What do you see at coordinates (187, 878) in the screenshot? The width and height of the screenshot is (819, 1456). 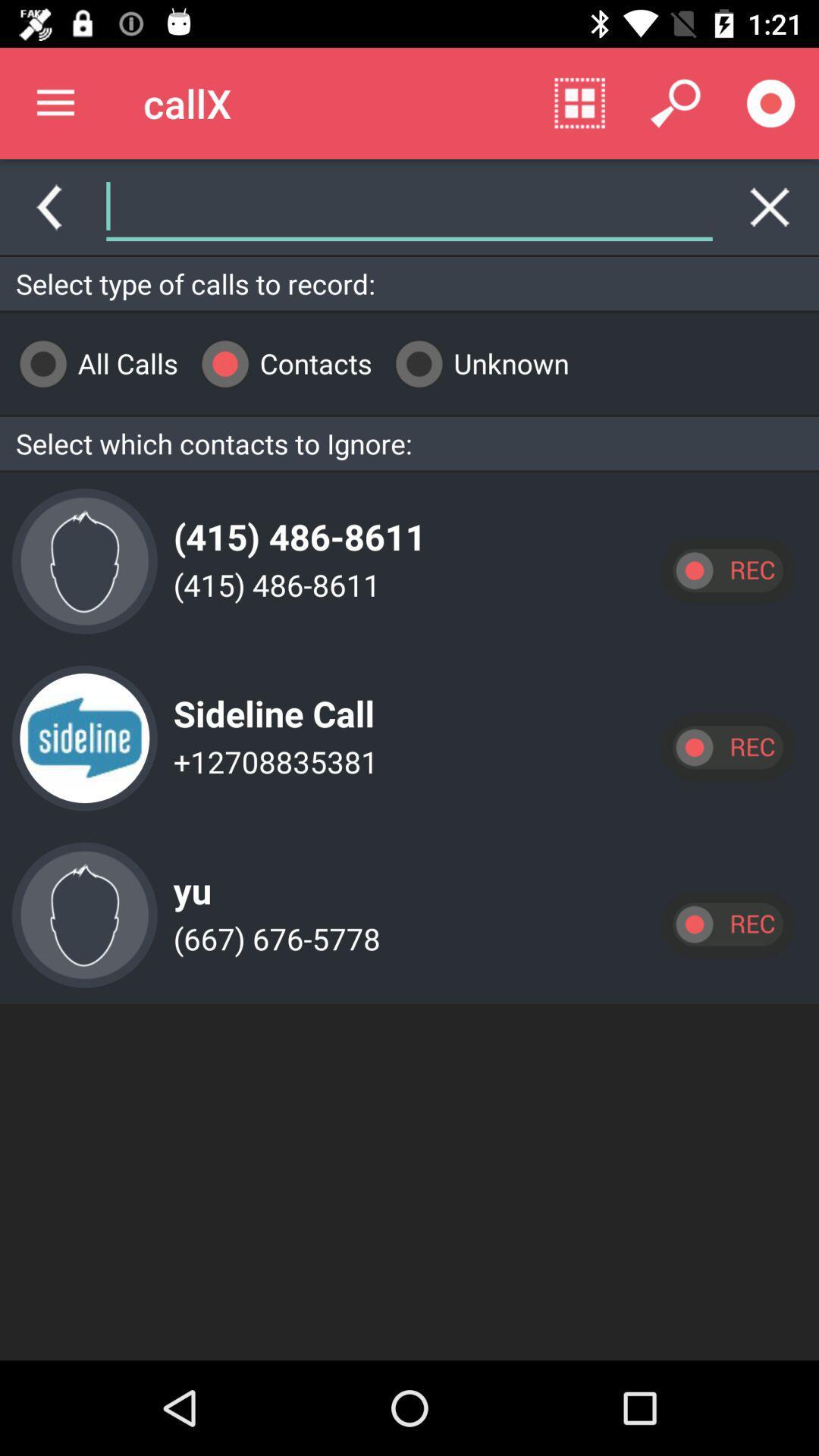 I see `app above (667) 676-5778 icon` at bounding box center [187, 878].